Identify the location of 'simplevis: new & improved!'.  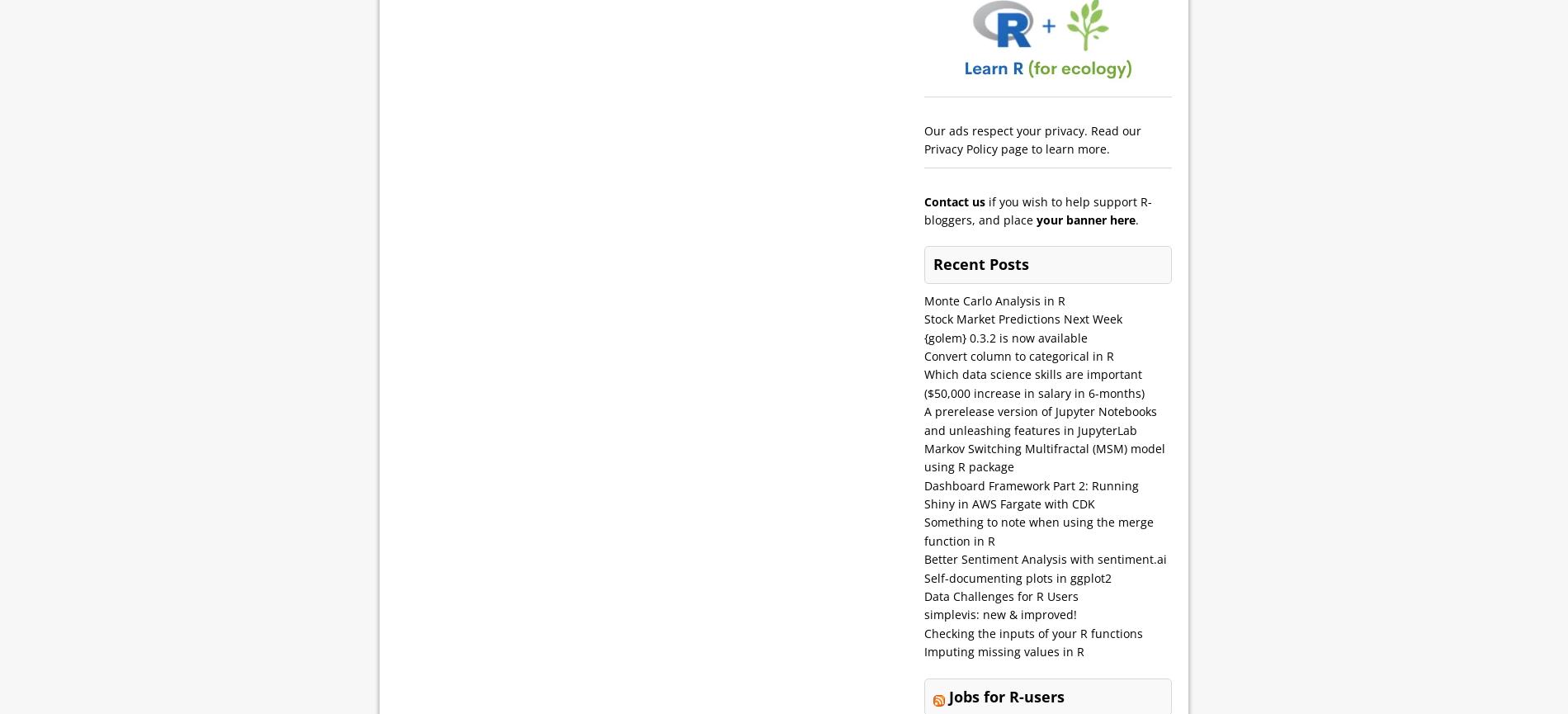
(999, 613).